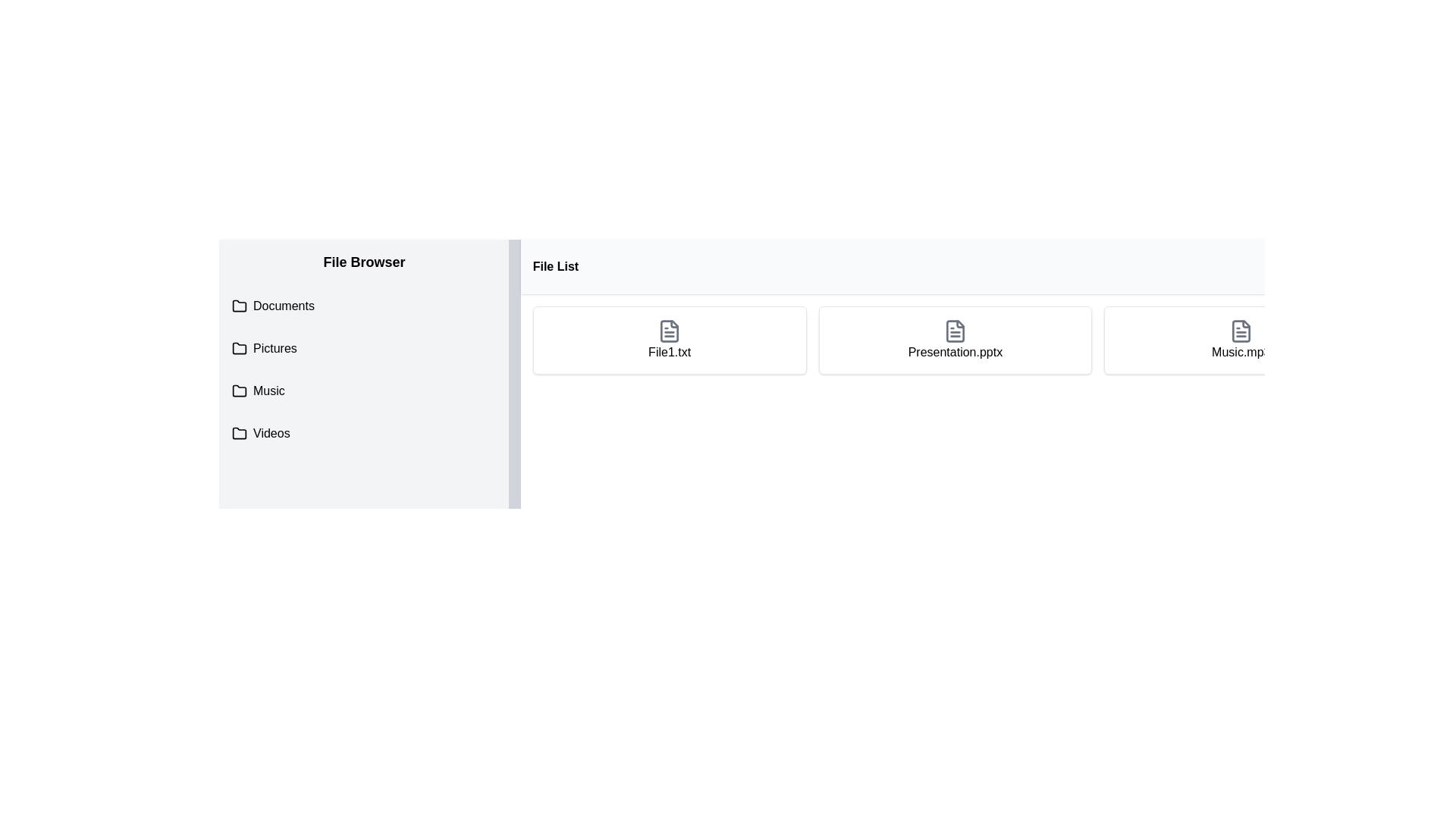 The height and width of the screenshot is (819, 1456). I want to click on the folder icon element that is aligned with the 'Pictures' text label in the File Browser section, so click(239, 348).